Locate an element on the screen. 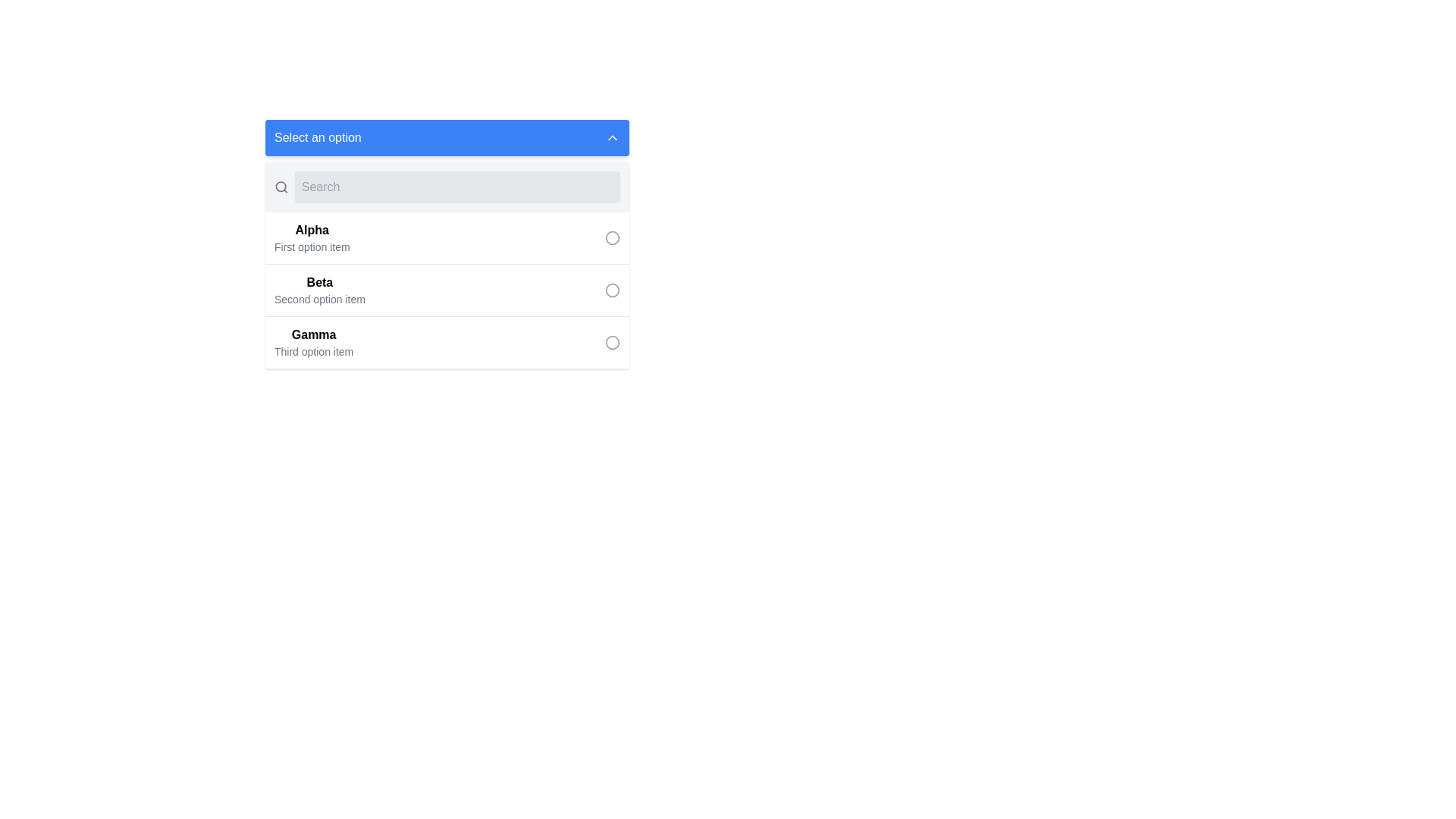  the static text label displaying 'Gamma', which is the title of the third option in a vertical list, located centrally above the description text 'Third option item' is located at coordinates (313, 334).